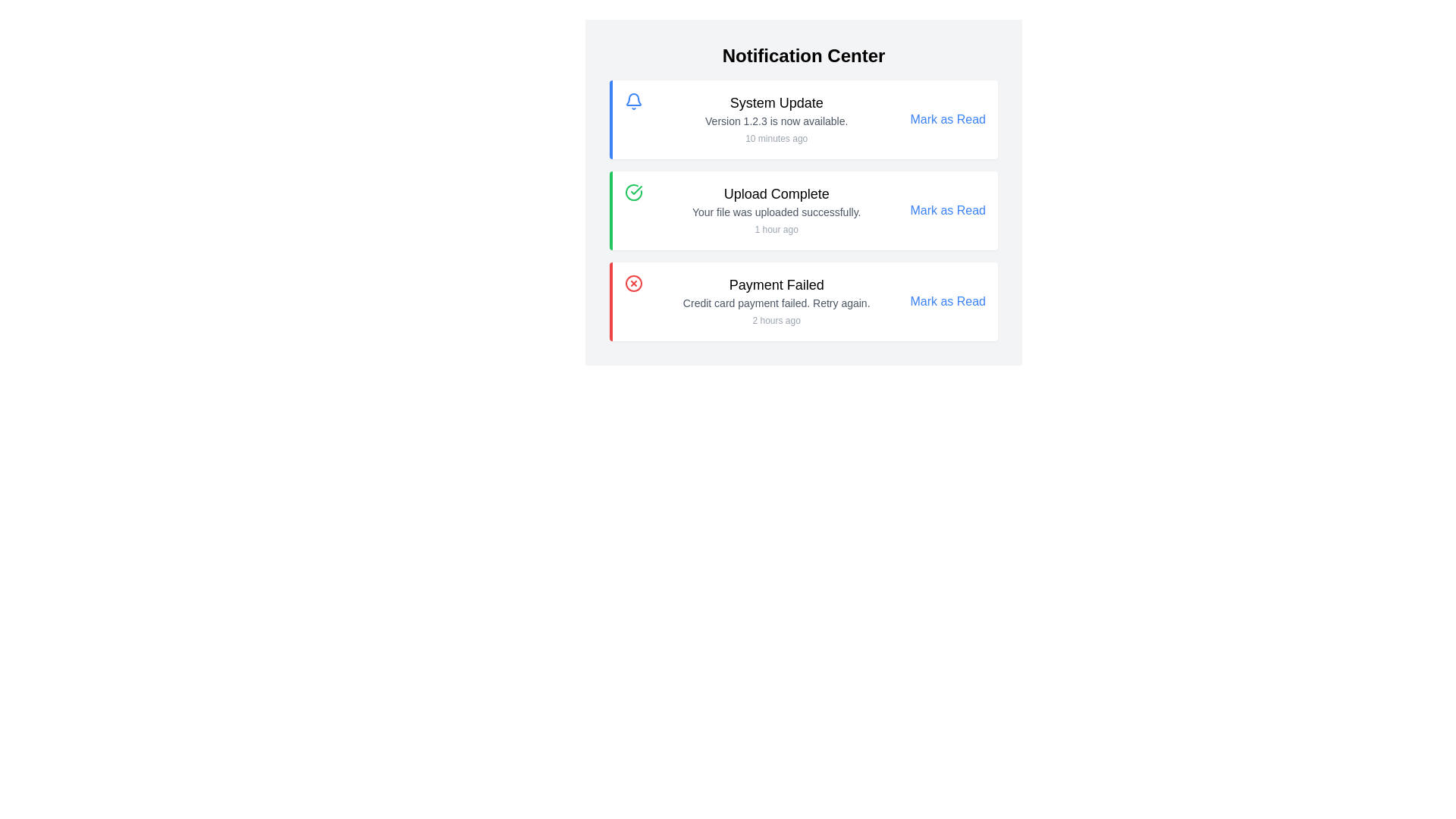 Image resolution: width=1456 pixels, height=819 pixels. Describe the element at coordinates (777, 138) in the screenshot. I see `the Text label that indicates the relative time of the notification issued under the 'System Update' notification, located beneath 'Version 1.2.3 is now available.'` at that location.